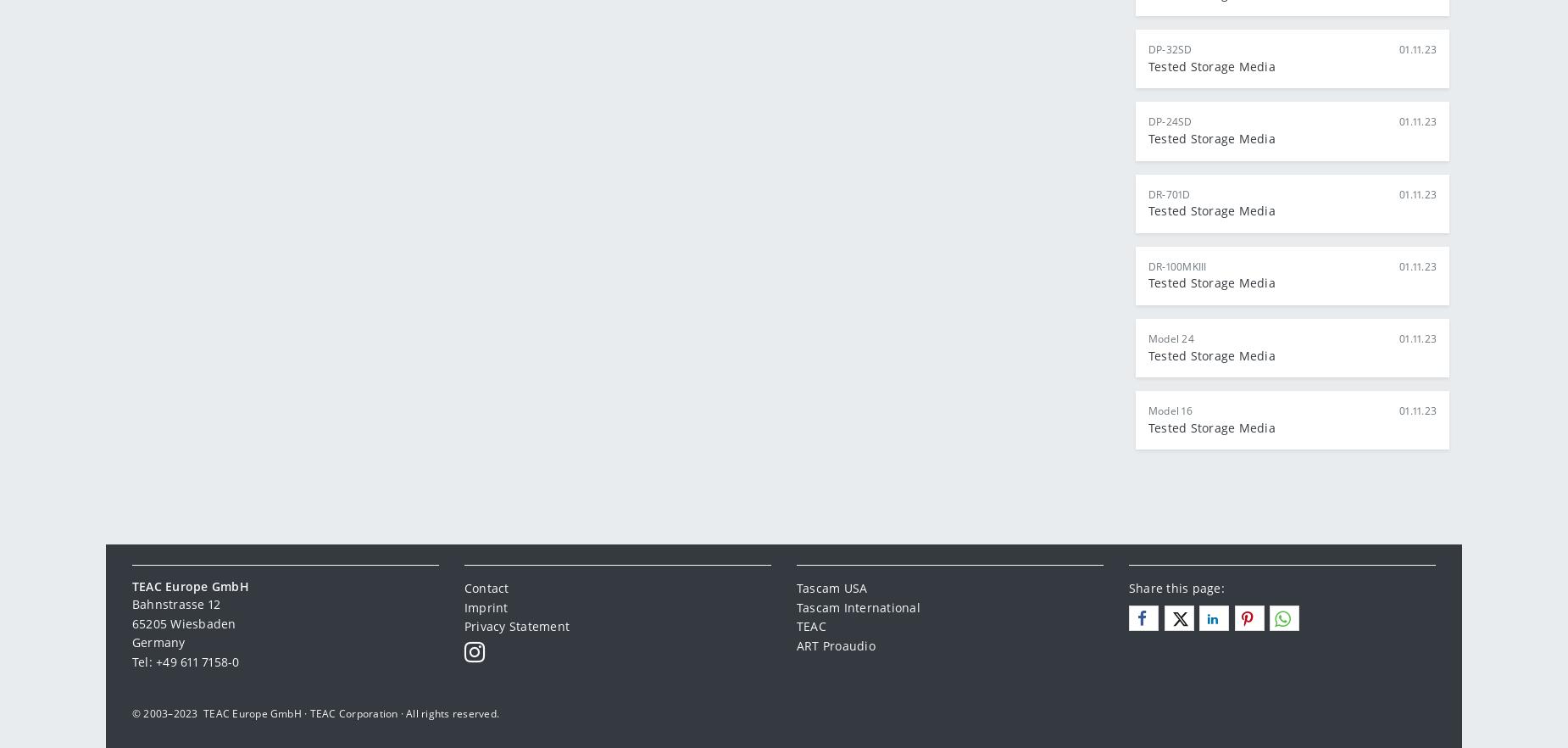  What do you see at coordinates (185, 661) in the screenshot?
I see `'Tel: +49 611 7158-0'` at bounding box center [185, 661].